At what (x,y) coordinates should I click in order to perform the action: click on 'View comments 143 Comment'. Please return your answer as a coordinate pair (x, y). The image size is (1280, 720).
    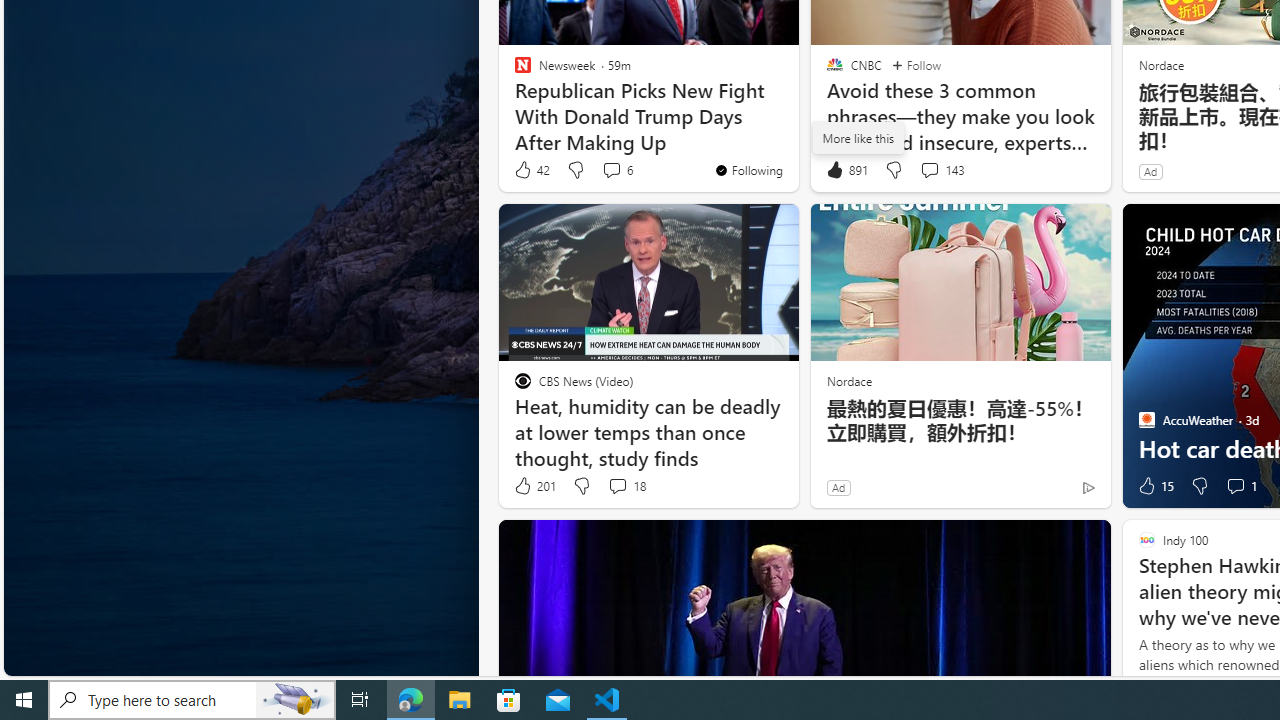
    Looking at the image, I should click on (928, 168).